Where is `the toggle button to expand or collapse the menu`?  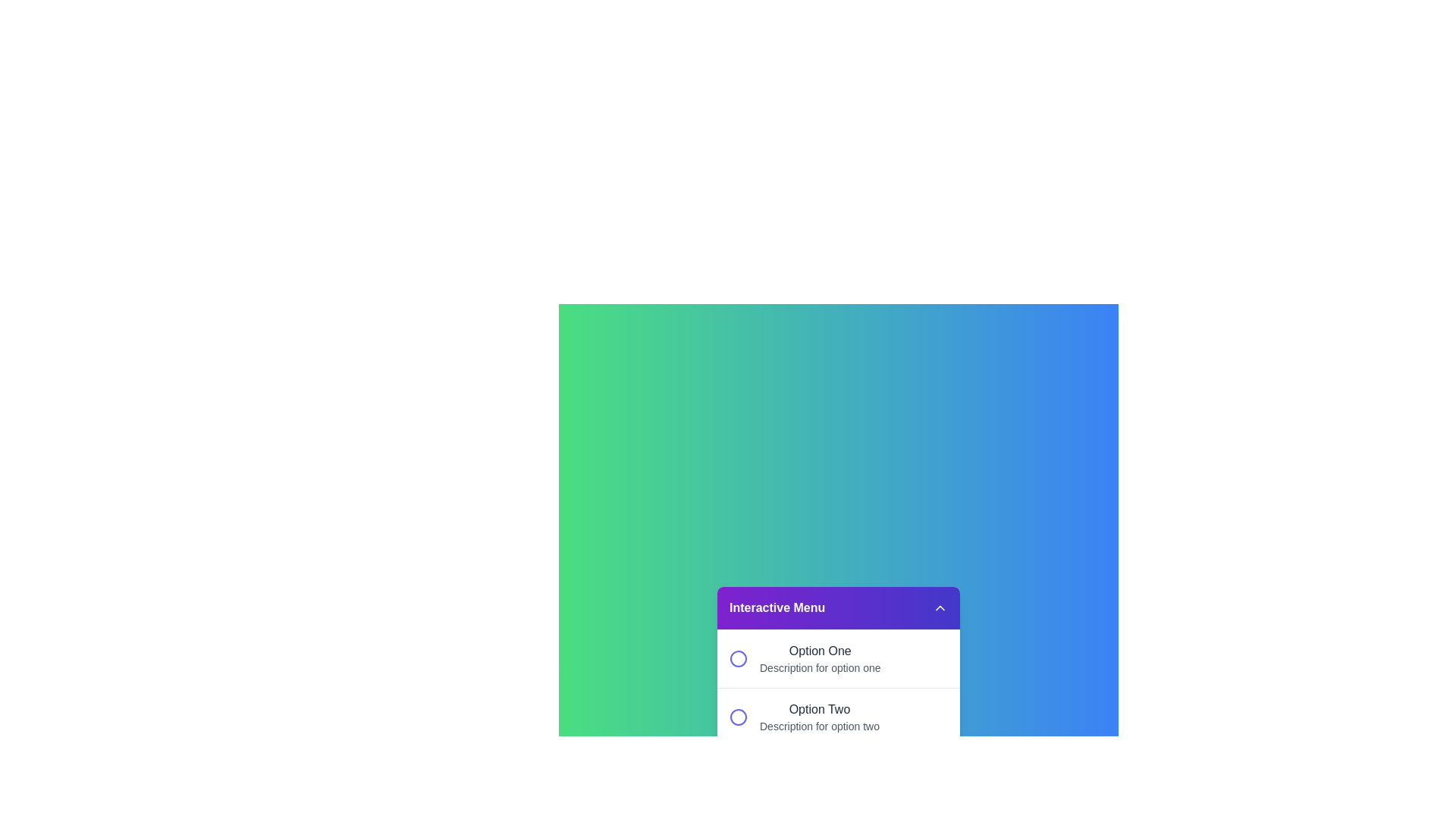
the toggle button to expand or collapse the menu is located at coordinates (939, 607).